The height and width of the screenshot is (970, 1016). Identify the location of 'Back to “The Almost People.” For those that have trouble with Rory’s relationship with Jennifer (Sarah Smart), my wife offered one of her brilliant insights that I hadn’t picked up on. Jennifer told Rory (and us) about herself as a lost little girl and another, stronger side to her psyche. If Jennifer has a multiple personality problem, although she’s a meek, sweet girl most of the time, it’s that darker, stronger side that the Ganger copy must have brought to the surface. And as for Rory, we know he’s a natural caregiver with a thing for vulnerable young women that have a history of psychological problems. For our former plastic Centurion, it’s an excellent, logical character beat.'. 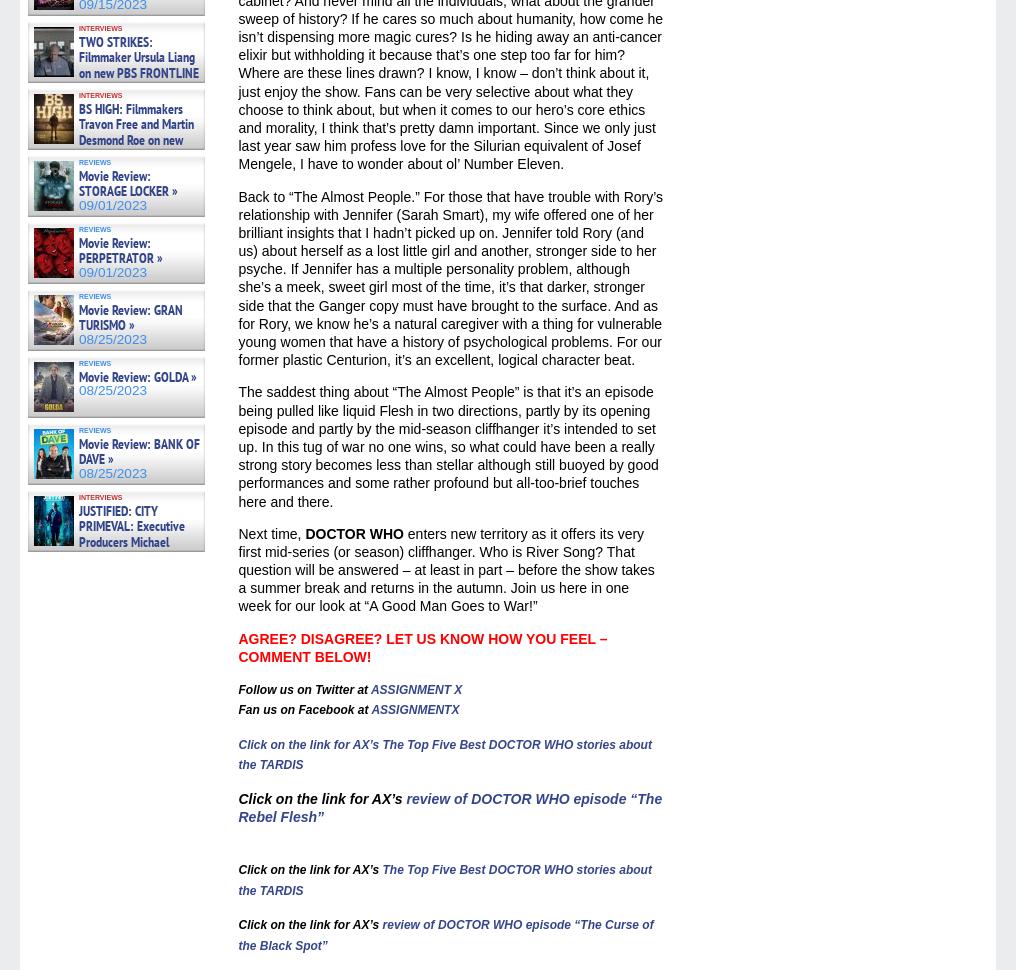
(238, 277).